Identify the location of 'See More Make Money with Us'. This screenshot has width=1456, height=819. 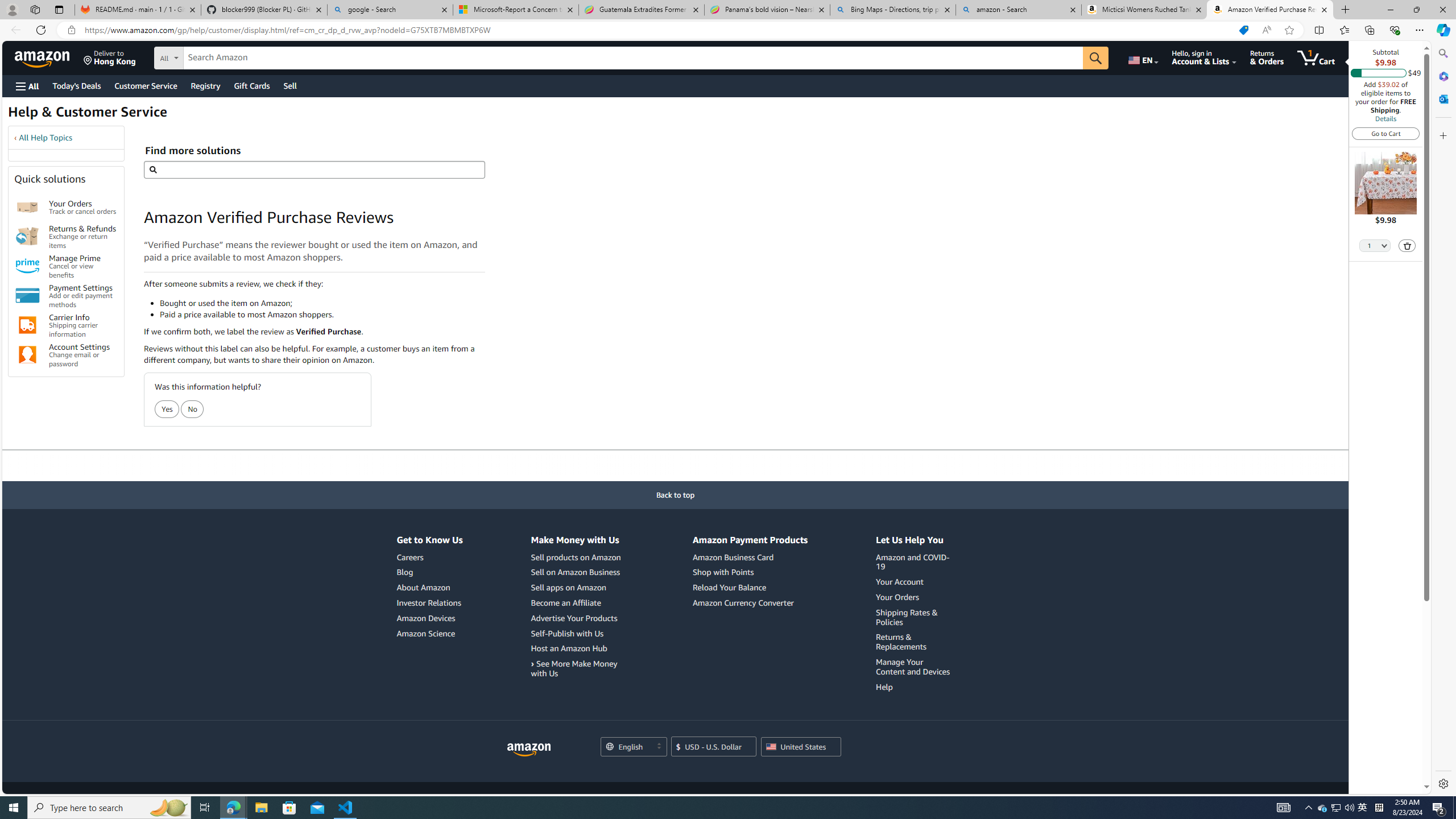
(573, 668).